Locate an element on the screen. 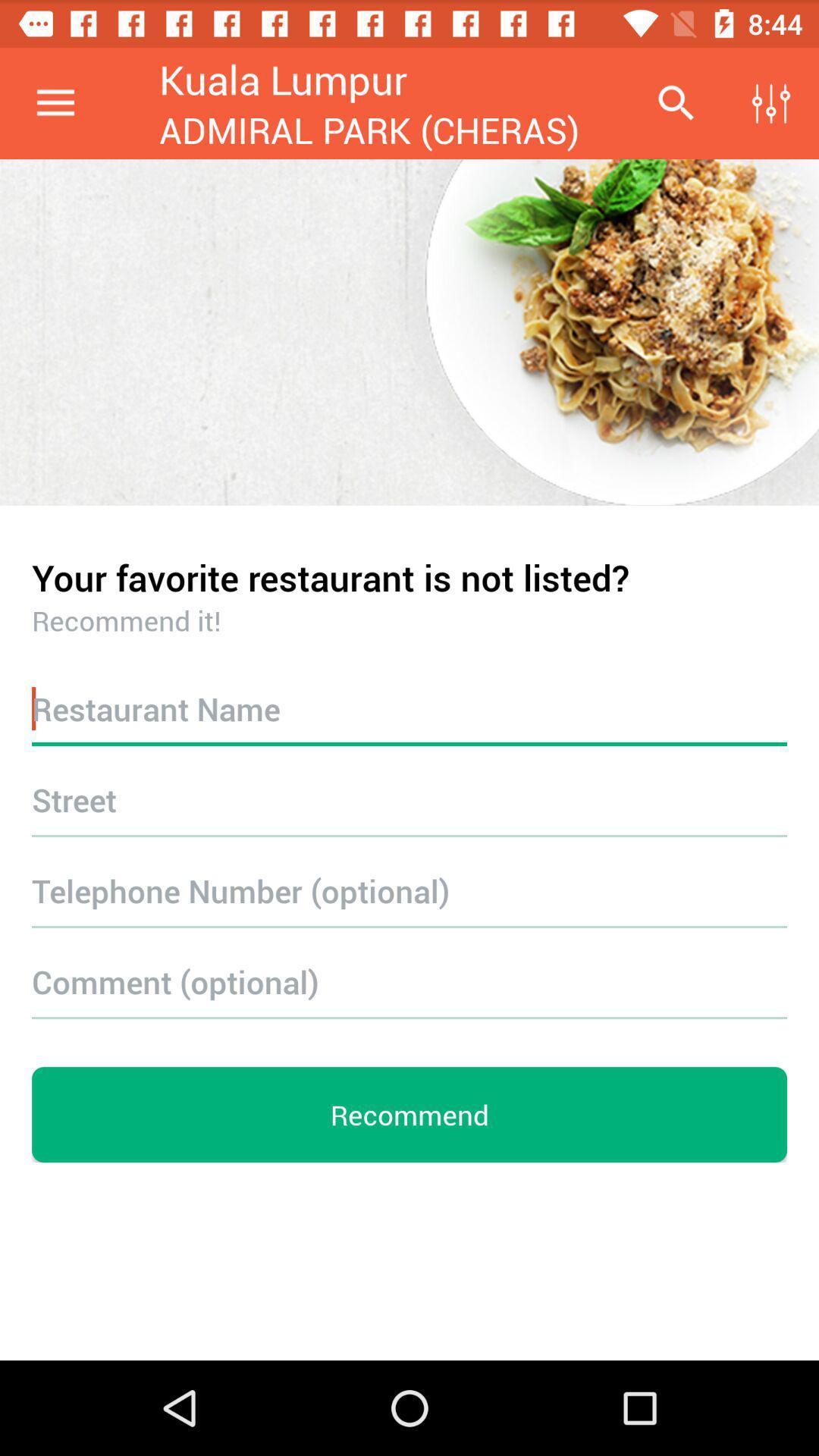  put street is located at coordinates (409, 799).